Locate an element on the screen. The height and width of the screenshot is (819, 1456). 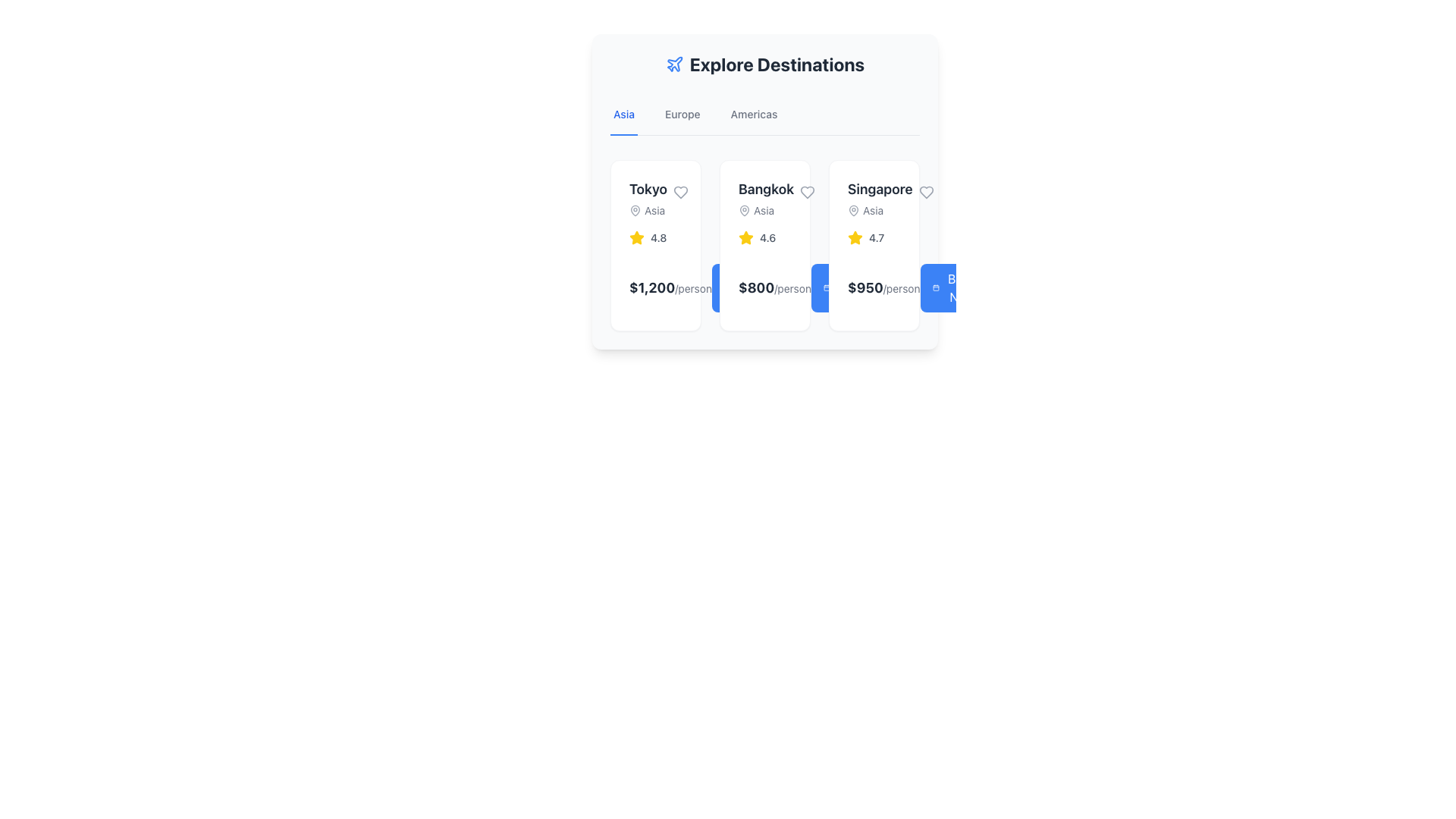
the text label displaying 'Asia', which is styled in gray and located near a map pin icon within the destination card layout is located at coordinates (873, 210).